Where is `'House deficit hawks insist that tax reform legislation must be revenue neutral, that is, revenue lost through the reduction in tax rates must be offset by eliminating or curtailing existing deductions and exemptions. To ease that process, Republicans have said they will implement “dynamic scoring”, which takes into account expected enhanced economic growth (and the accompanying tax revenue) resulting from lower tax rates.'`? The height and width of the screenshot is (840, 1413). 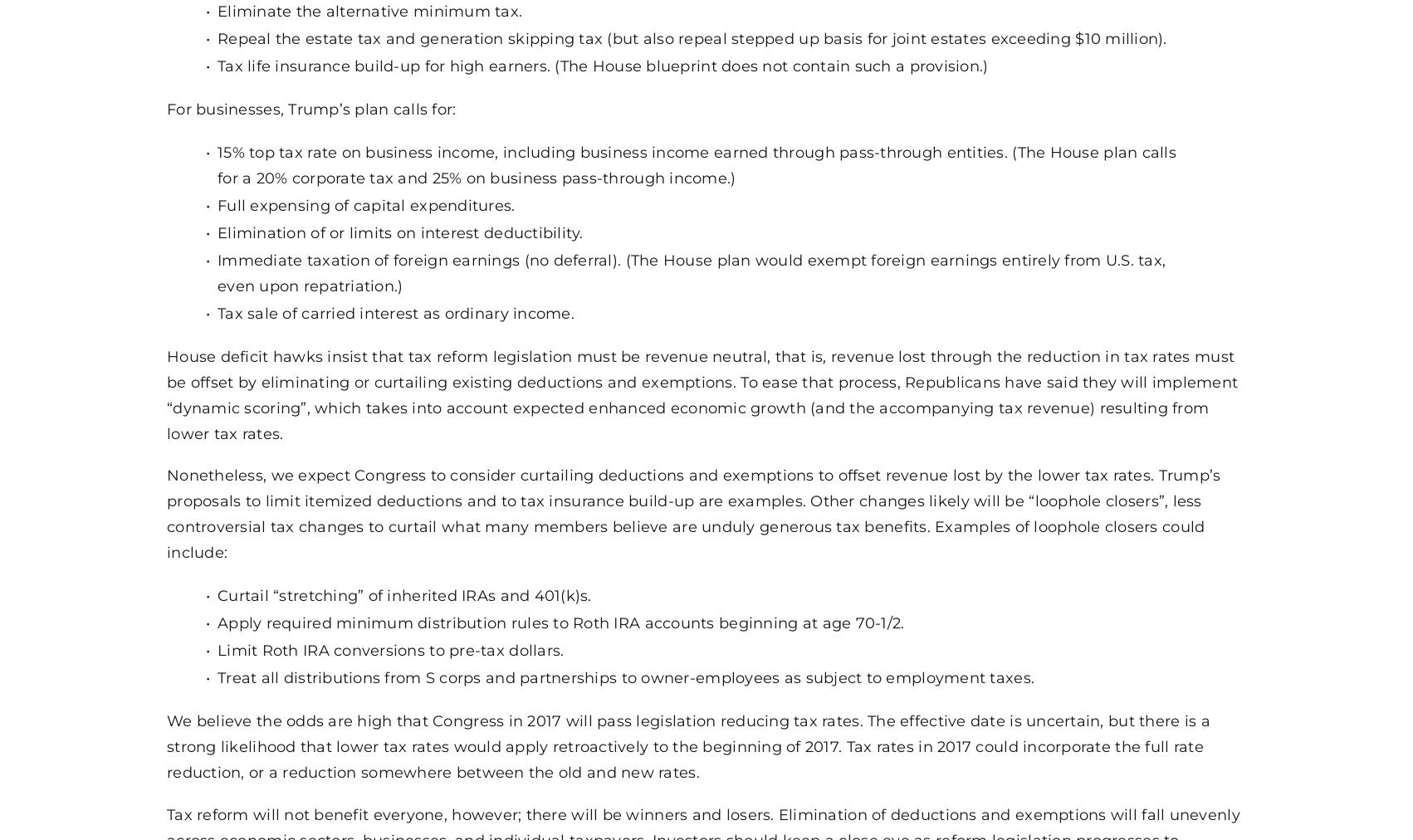 'House deficit hawks insist that tax reform legislation must be revenue neutral, that is, revenue lost through the reduction in tax rates must be offset by eliminating or curtailing existing deductions and exemptions. To ease that process, Republicans have said they will implement “dynamic scoring”, which takes into account expected enhanced economic growth (and the accompanying tax revenue) resulting from lower tax rates.' is located at coordinates (166, 393).